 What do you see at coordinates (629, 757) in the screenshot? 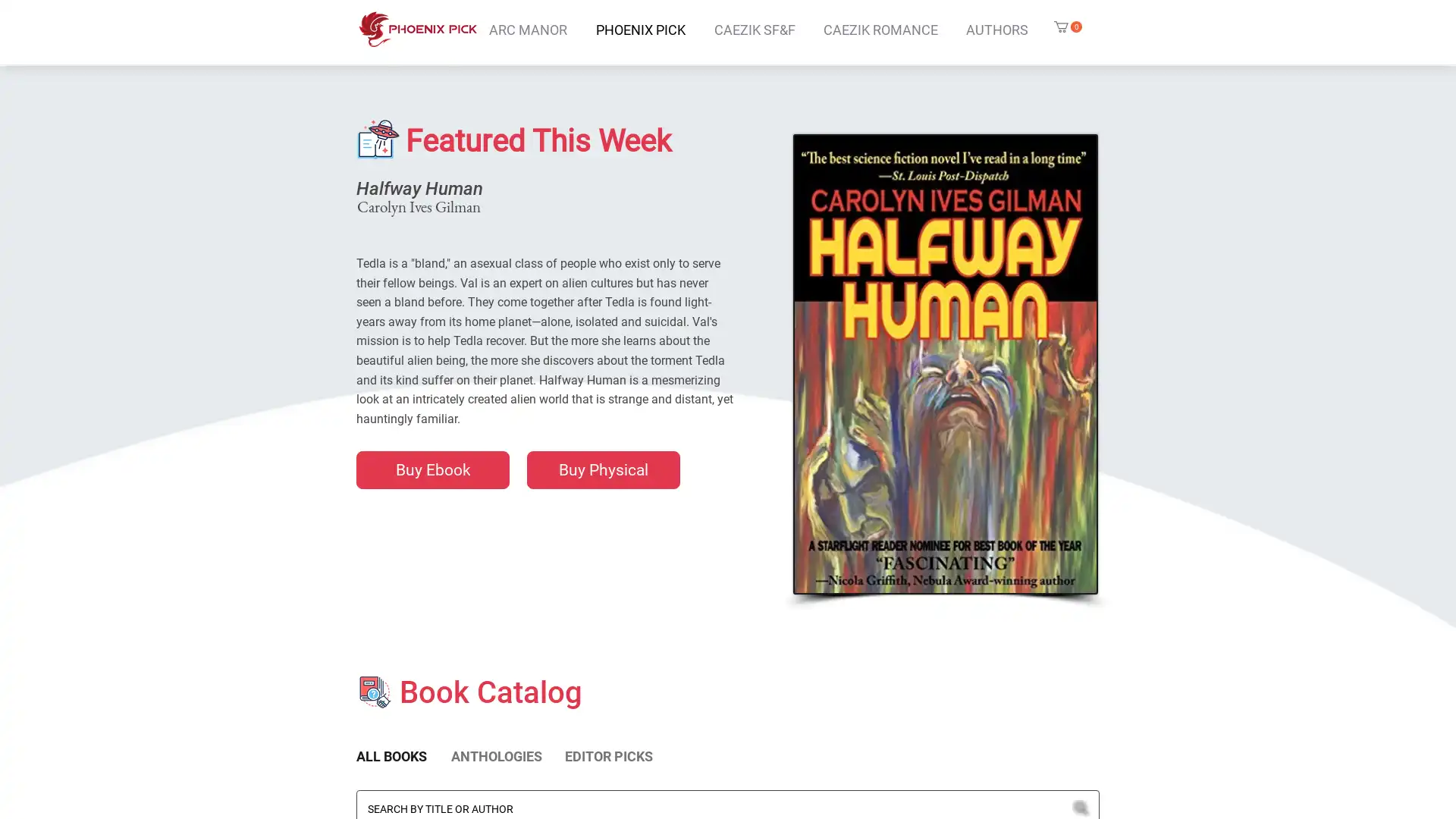
I see `EDITOR PICKS` at bounding box center [629, 757].